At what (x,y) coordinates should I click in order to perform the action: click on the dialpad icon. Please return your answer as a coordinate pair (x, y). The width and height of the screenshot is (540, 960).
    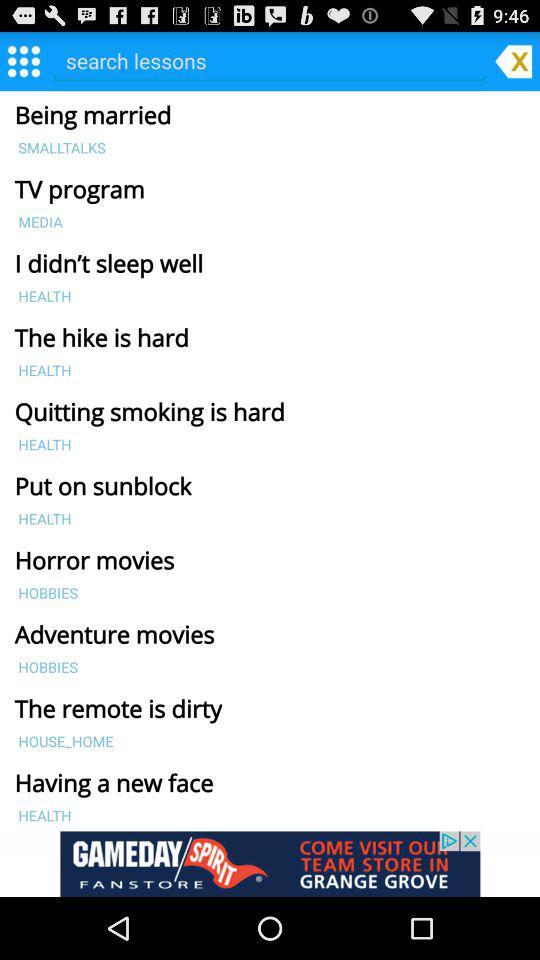
    Looking at the image, I should click on (22, 65).